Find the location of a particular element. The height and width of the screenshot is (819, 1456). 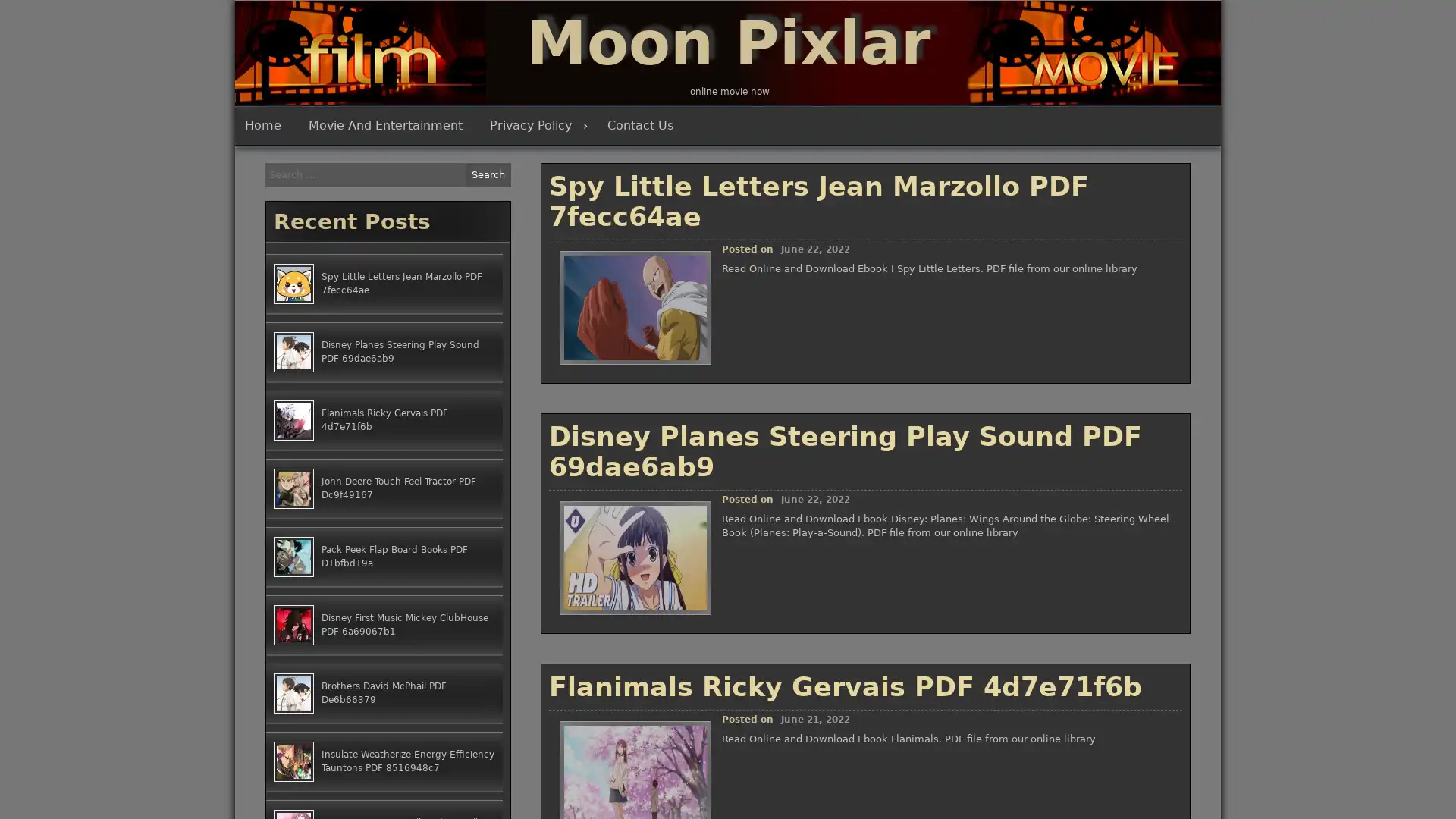

Search is located at coordinates (488, 174).